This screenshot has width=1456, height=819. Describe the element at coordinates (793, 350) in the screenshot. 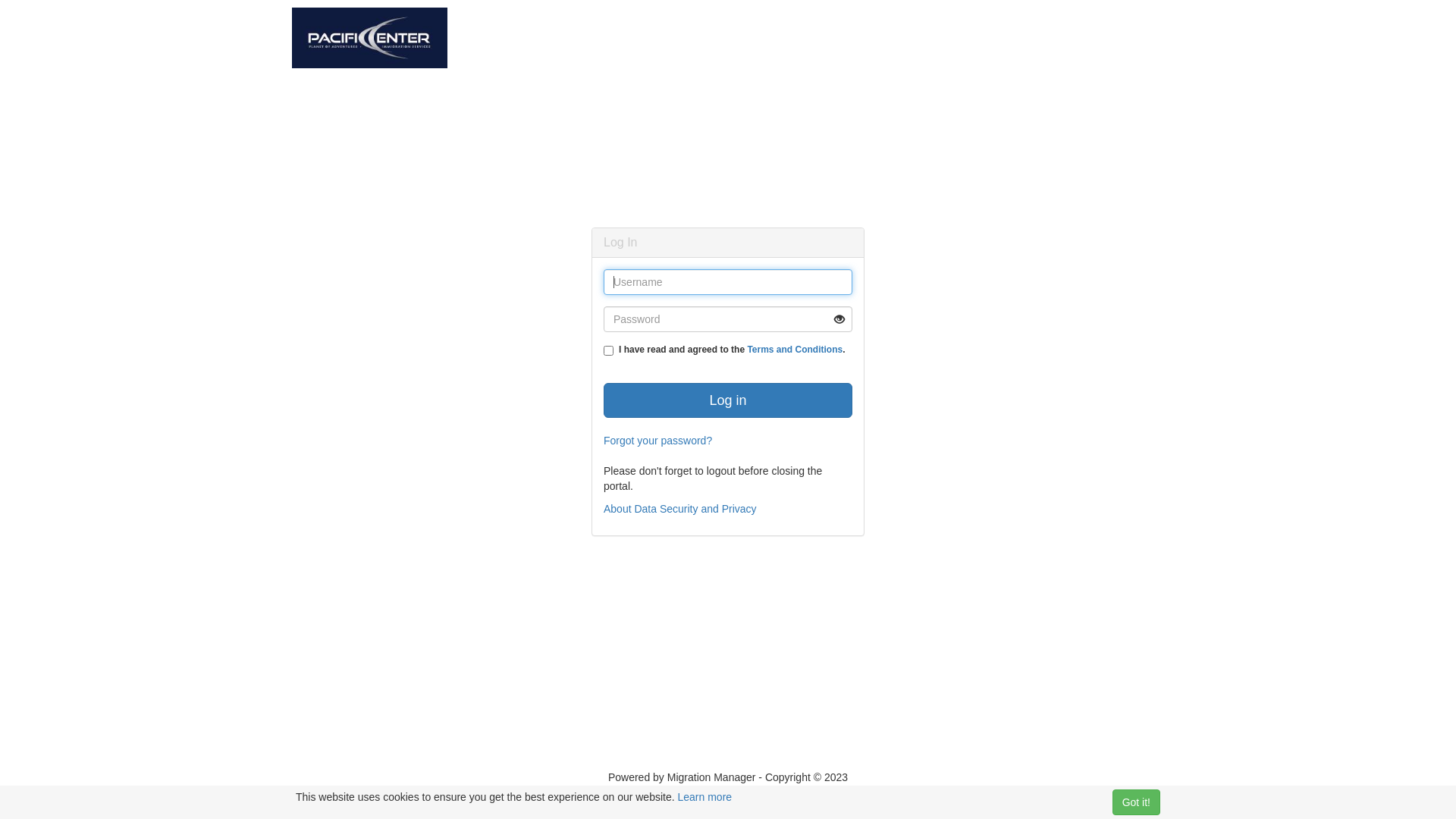

I see `'Terms and Conditions'` at that location.